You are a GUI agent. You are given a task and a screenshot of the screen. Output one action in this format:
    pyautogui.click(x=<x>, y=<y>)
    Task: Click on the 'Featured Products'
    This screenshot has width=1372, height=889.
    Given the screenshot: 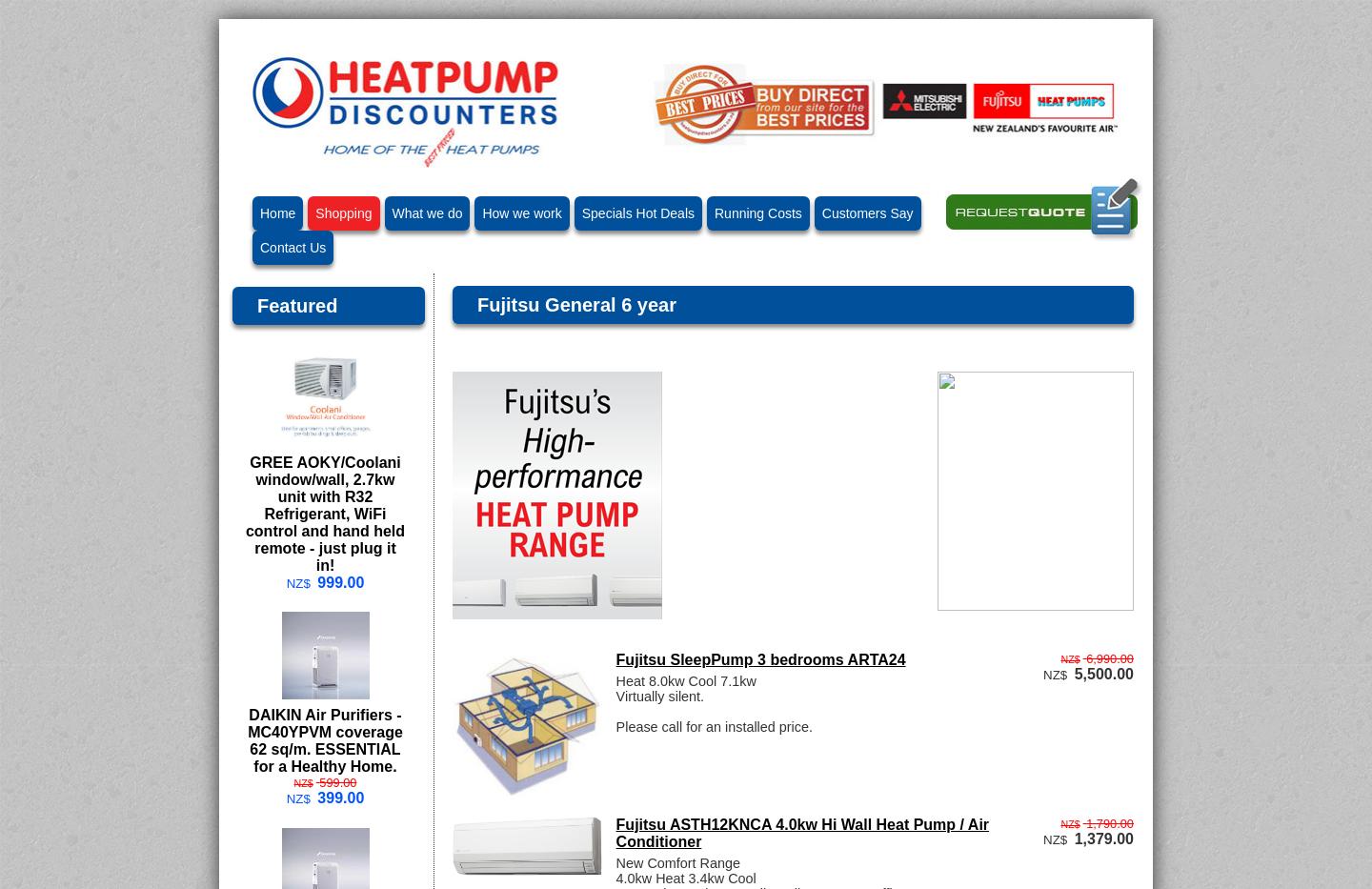 What is the action you would take?
    pyautogui.click(x=287, y=322)
    